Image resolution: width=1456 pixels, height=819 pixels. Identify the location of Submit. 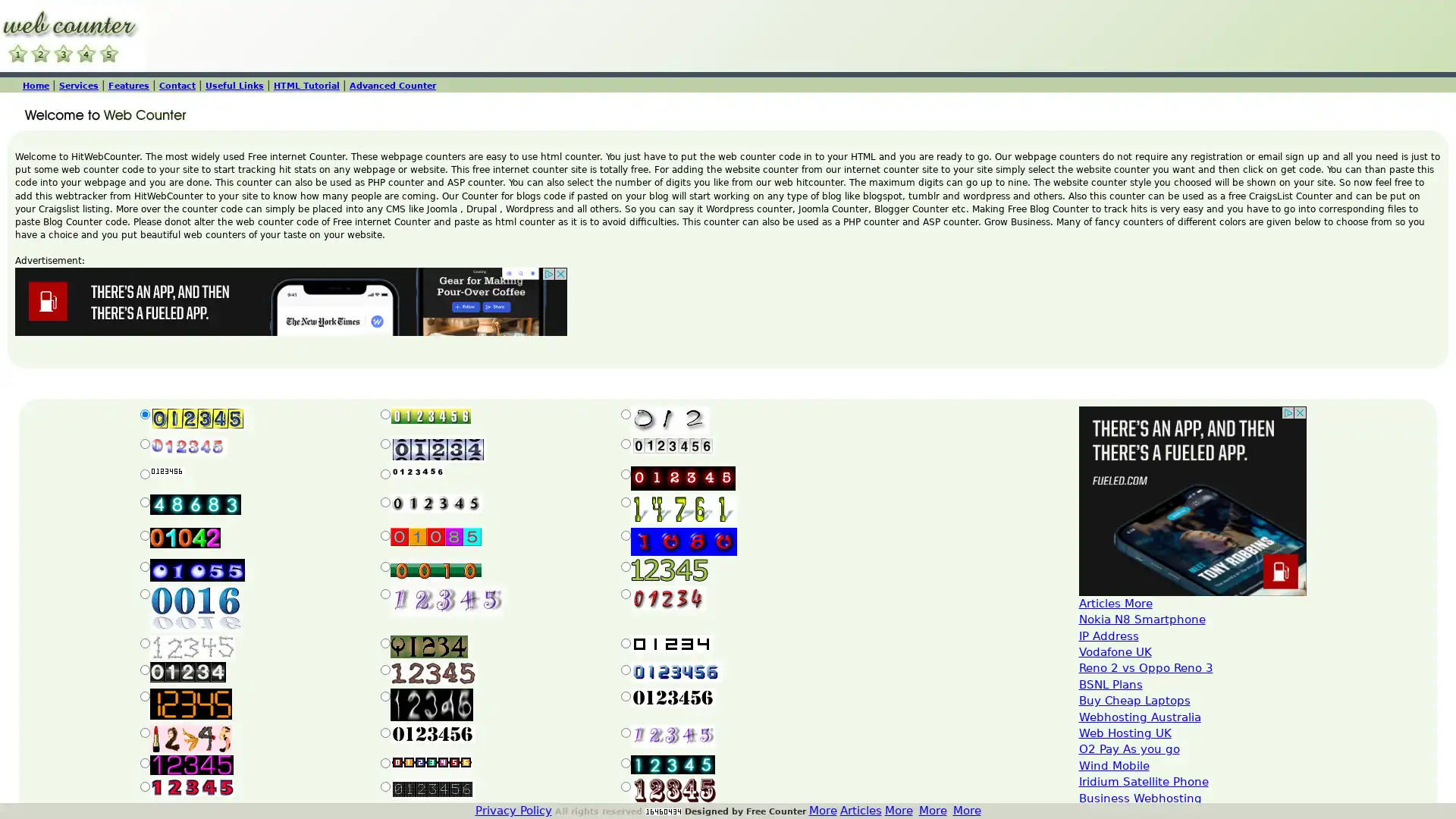
(192, 646).